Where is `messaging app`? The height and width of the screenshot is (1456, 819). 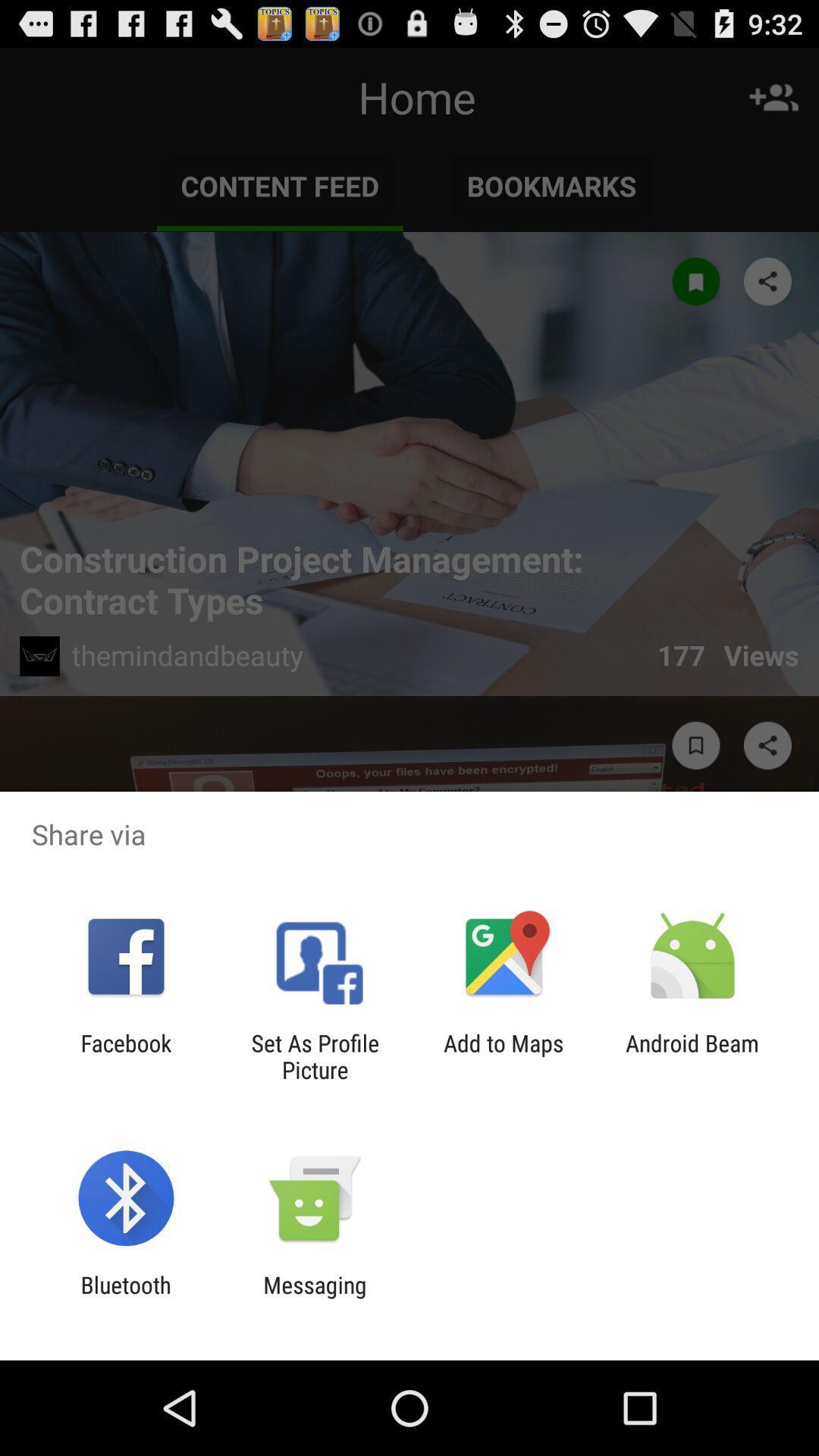 messaging app is located at coordinates (314, 1298).